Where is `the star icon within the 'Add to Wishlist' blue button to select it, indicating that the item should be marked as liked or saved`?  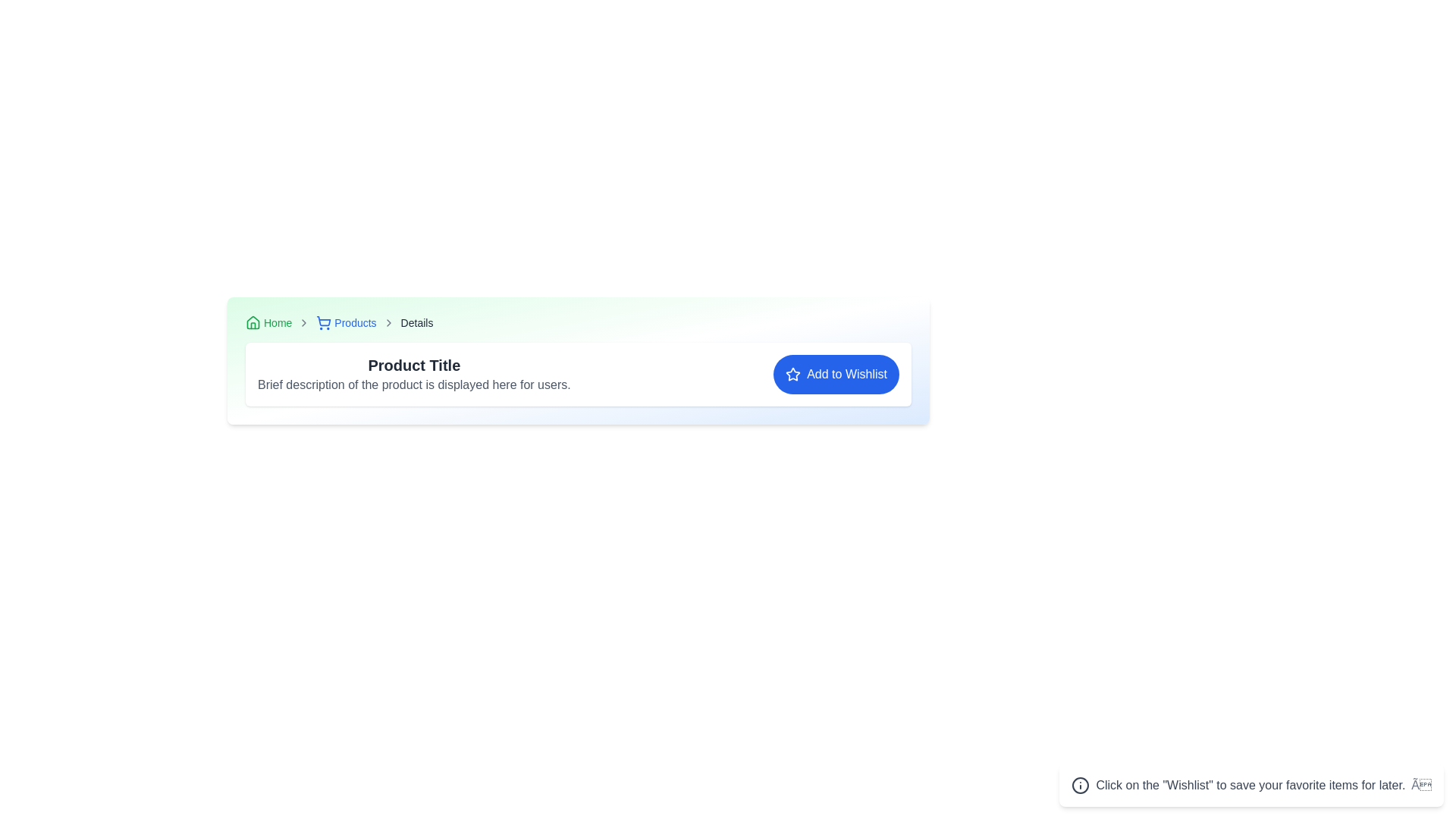
the star icon within the 'Add to Wishlist' blue button to select it, indicating that the item should be marked as liked or saved is located at coordinates (792, 374).